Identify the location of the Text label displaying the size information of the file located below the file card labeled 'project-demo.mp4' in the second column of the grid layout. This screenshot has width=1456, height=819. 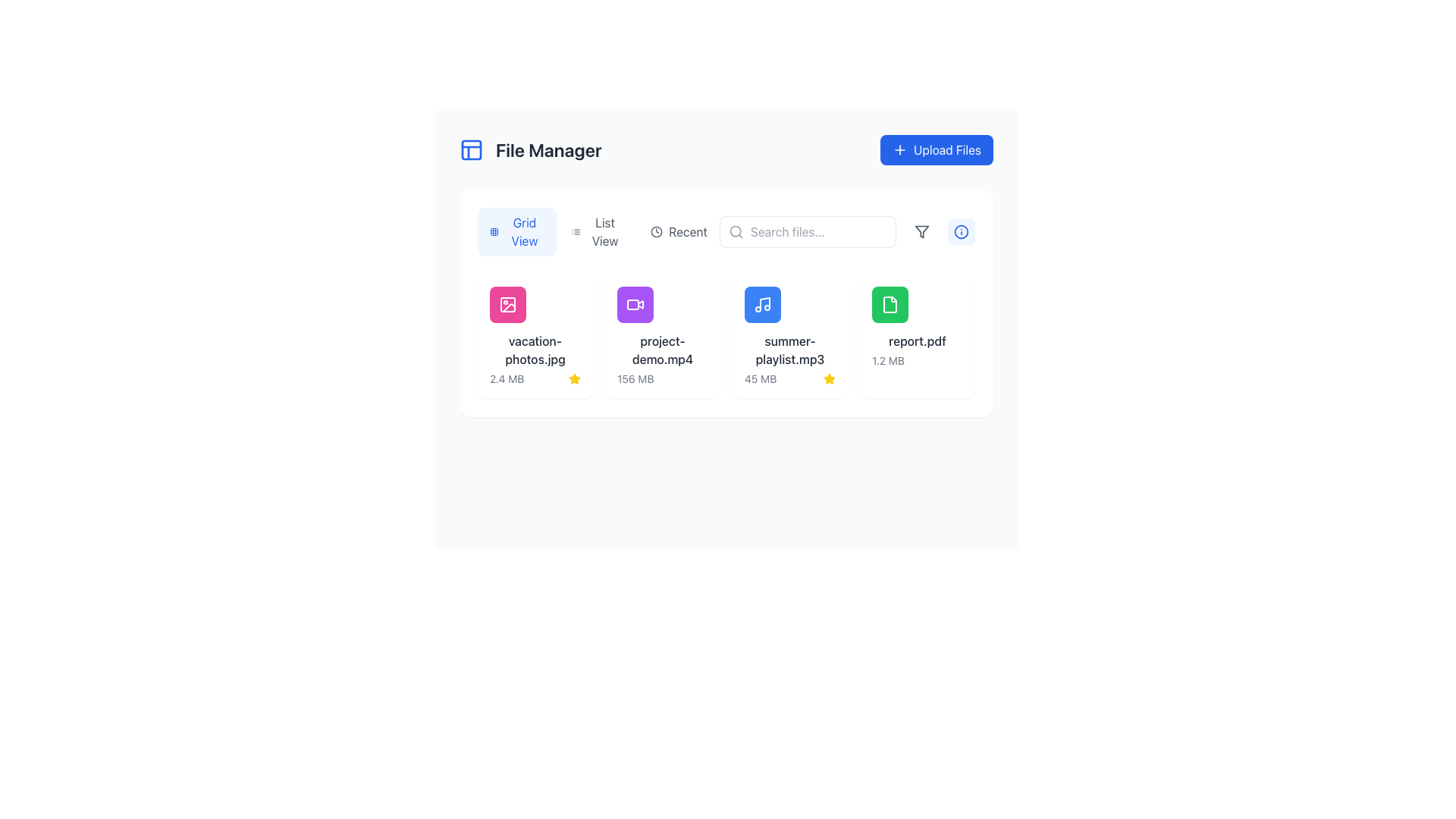
(635, 378).